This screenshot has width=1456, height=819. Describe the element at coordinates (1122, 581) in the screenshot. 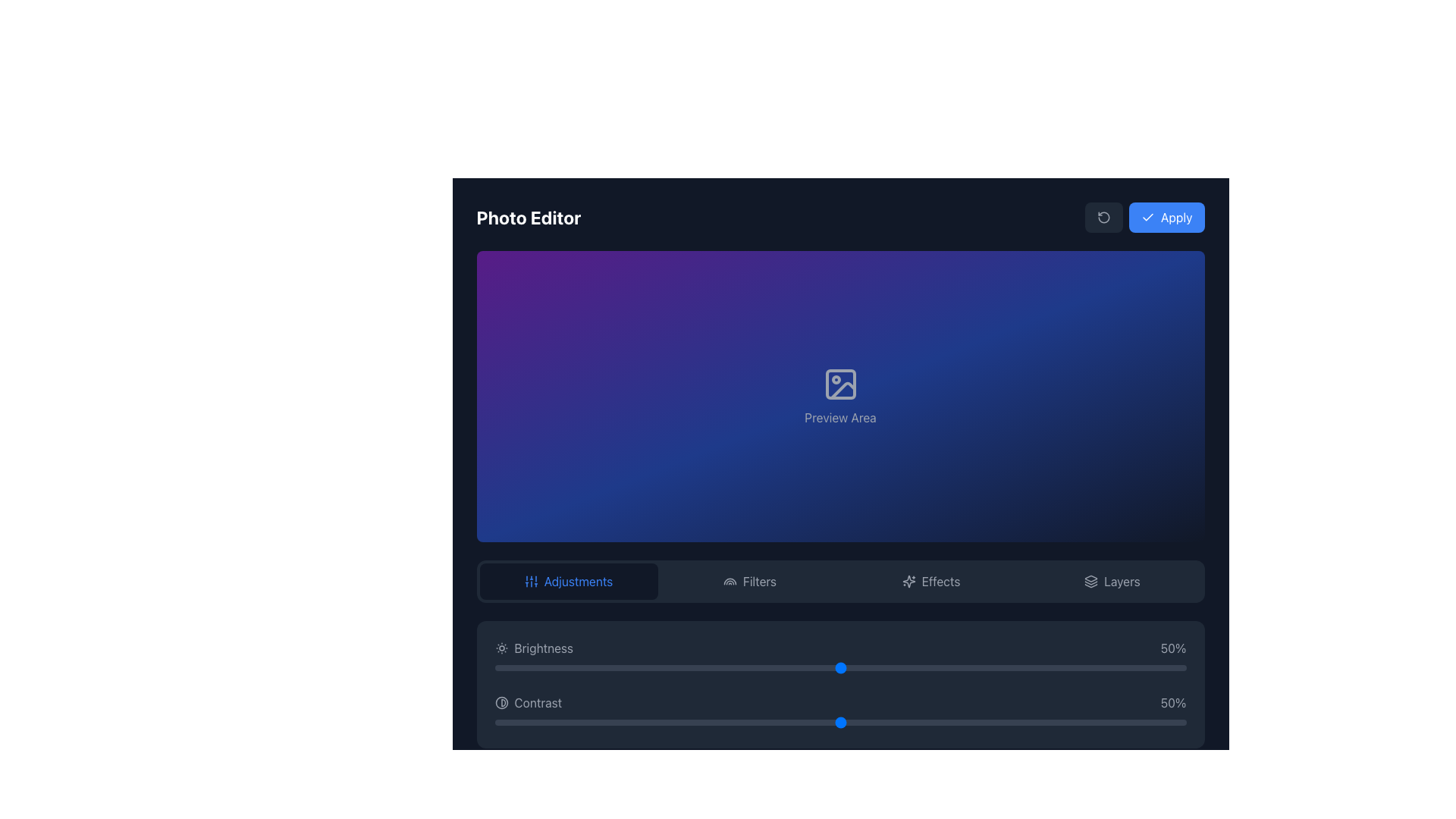

I see `the 'Layers' text label or button located on the rightmost side of the menu bar, following the 'Effects' label` at that location.